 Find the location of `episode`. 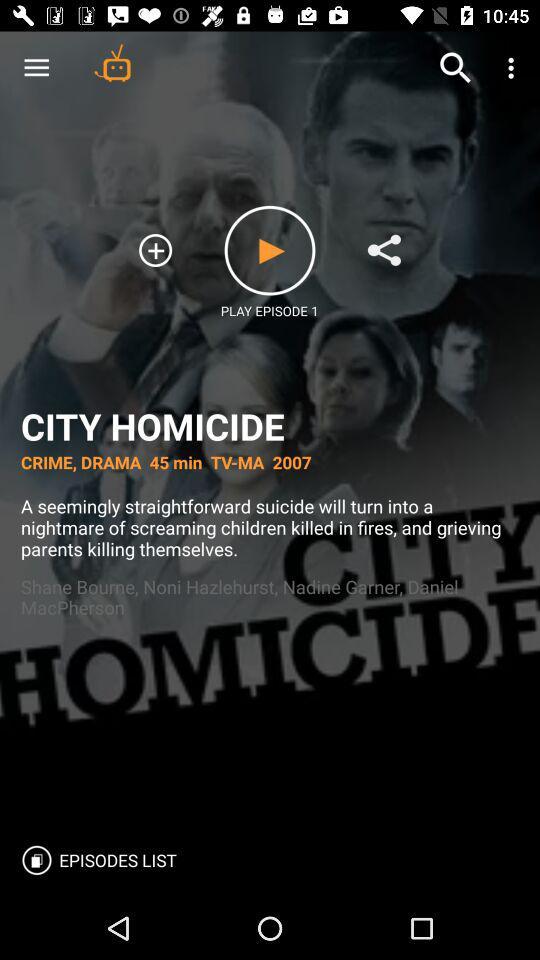

episode is located at coordinates (270, 249).